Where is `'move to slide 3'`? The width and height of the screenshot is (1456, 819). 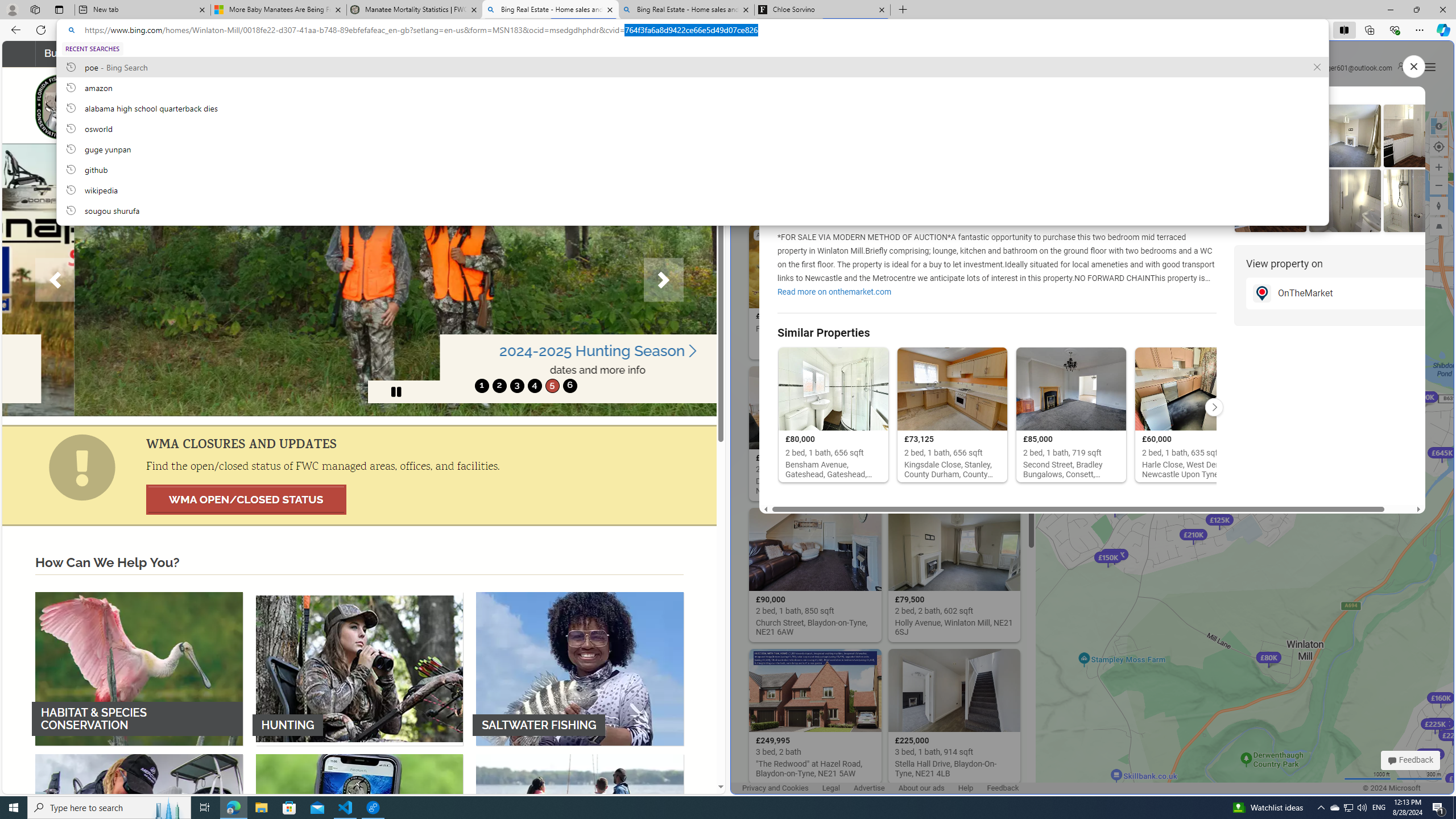
'move to slide 3' is located at coordinates (516, 385).